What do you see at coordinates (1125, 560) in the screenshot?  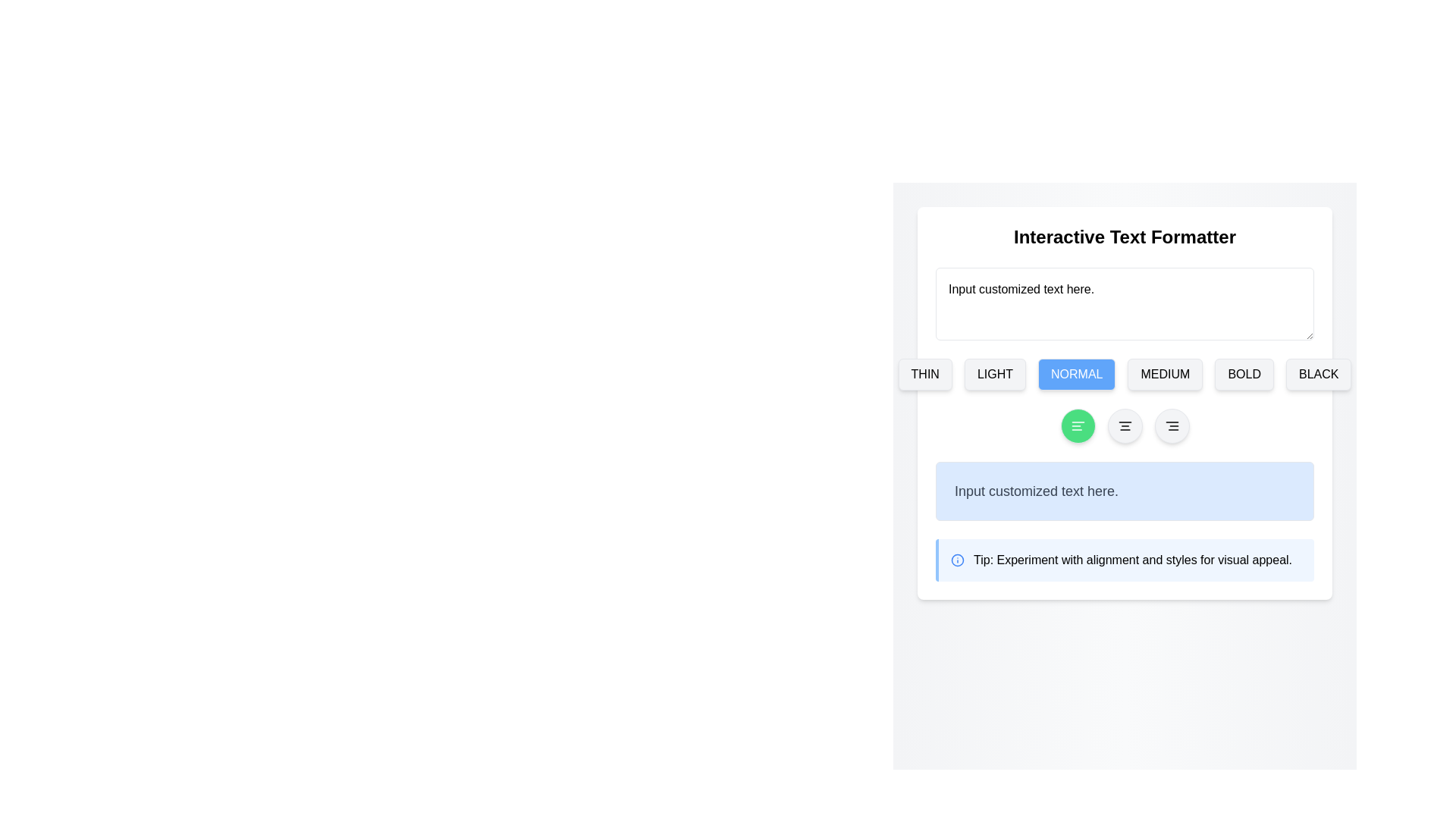 I see `the blue-tinted rectangular informative banner containing the info icon and the text 'Tip: Experiment with alignment and styles for visual appeal.'` at bounding box center [1125, 560].